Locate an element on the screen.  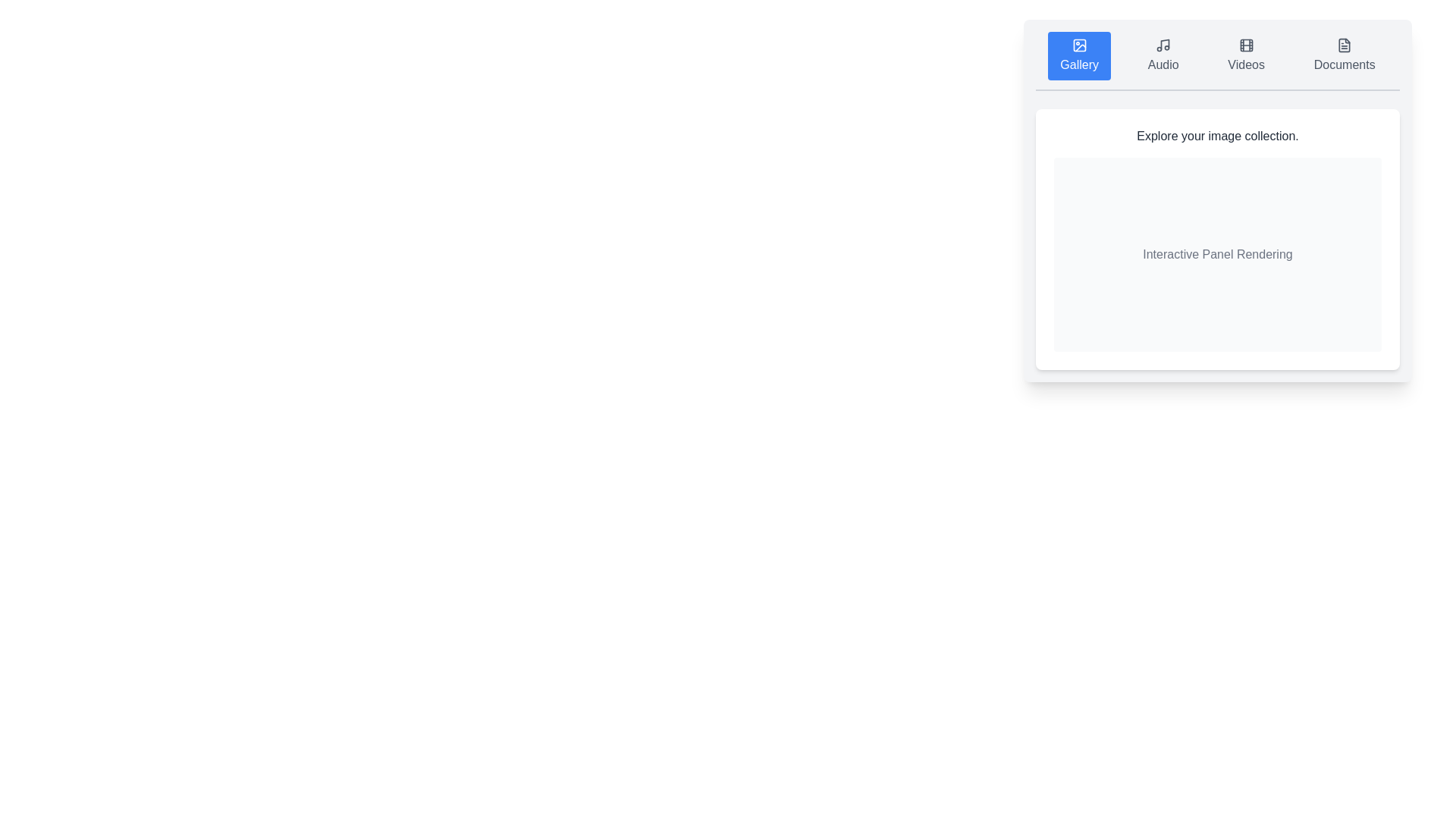
the tab labeled Videos to observe its hover effects is located at coordinates (1246, 55).